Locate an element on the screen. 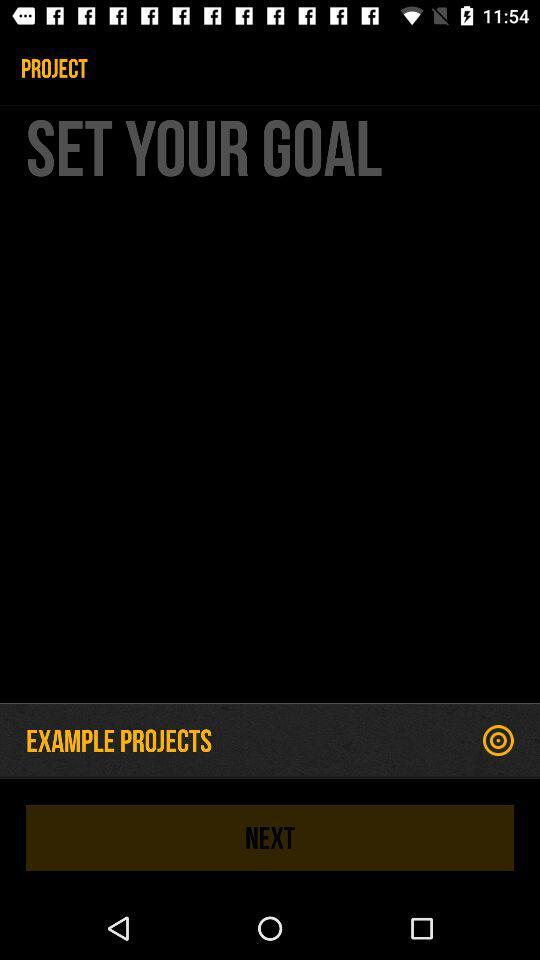 The height and width of the screenshot is (960, 540). the icon below the example projects is located at coordinates (270, 837).